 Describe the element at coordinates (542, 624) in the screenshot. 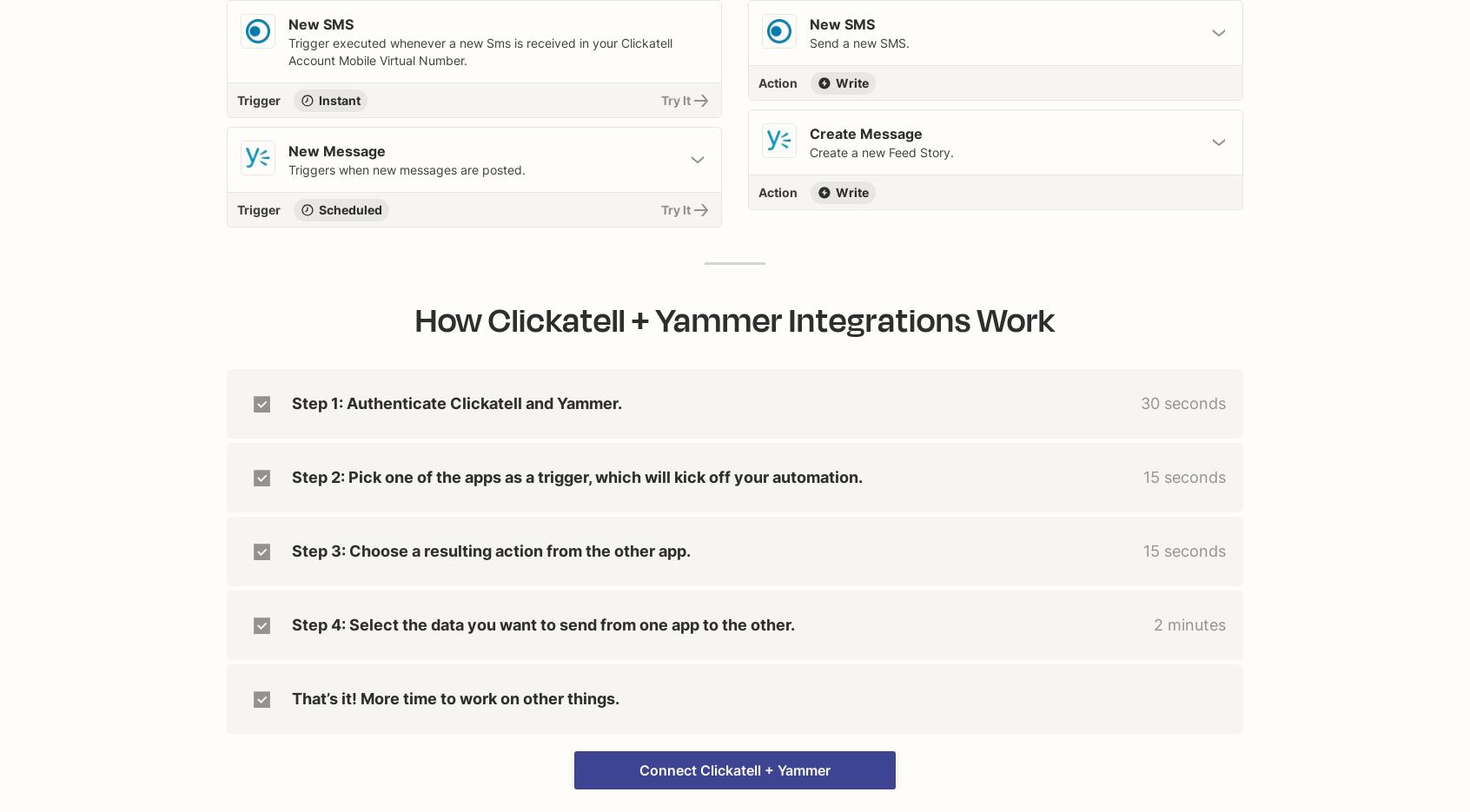

I see `'Step 4: Select the data you want to send from one app to the other.'` at that location.